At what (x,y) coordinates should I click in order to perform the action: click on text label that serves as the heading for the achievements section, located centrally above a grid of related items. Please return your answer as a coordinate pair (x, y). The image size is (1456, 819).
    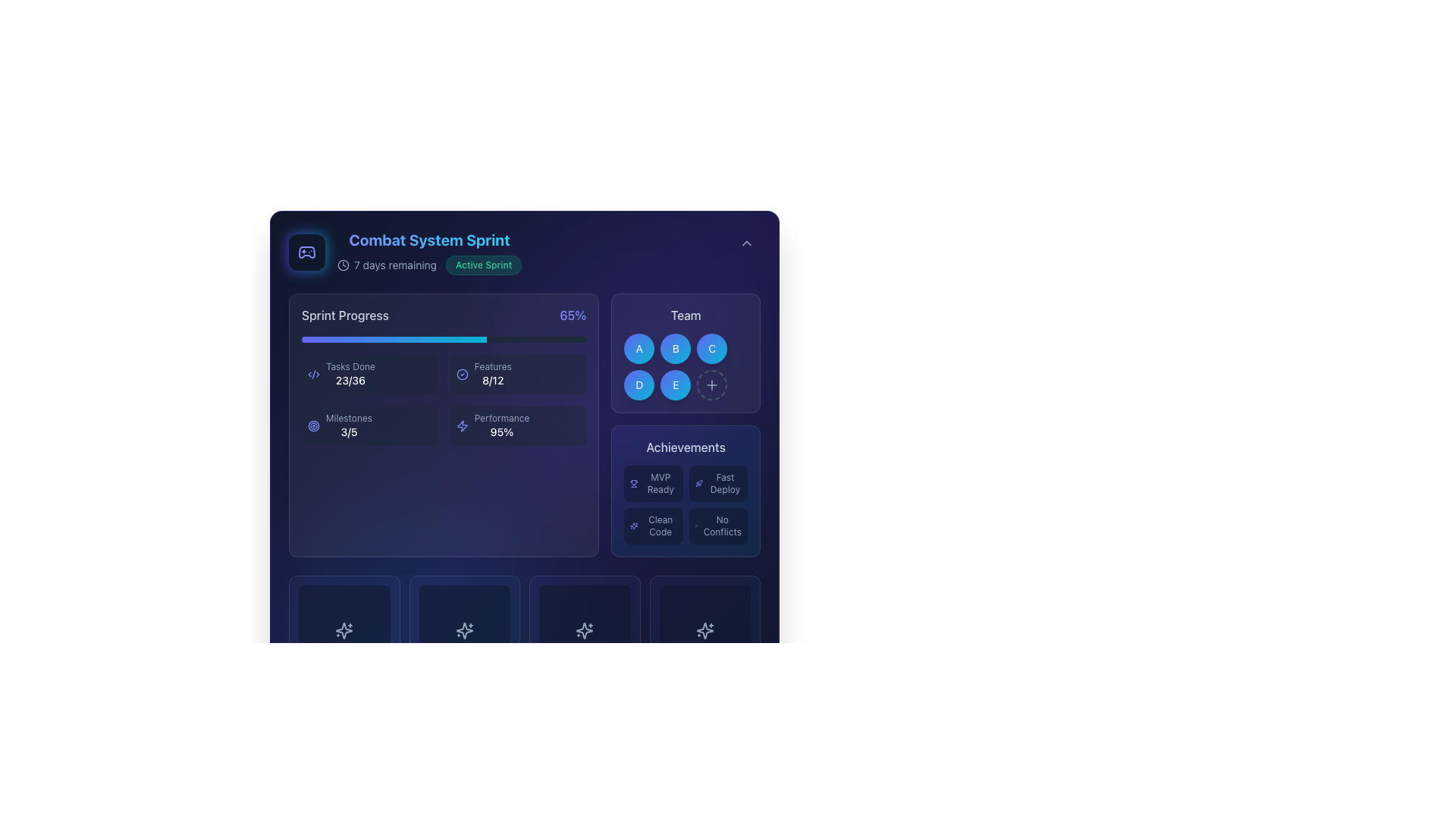
    Looking at the image, I should click on (685, 447).